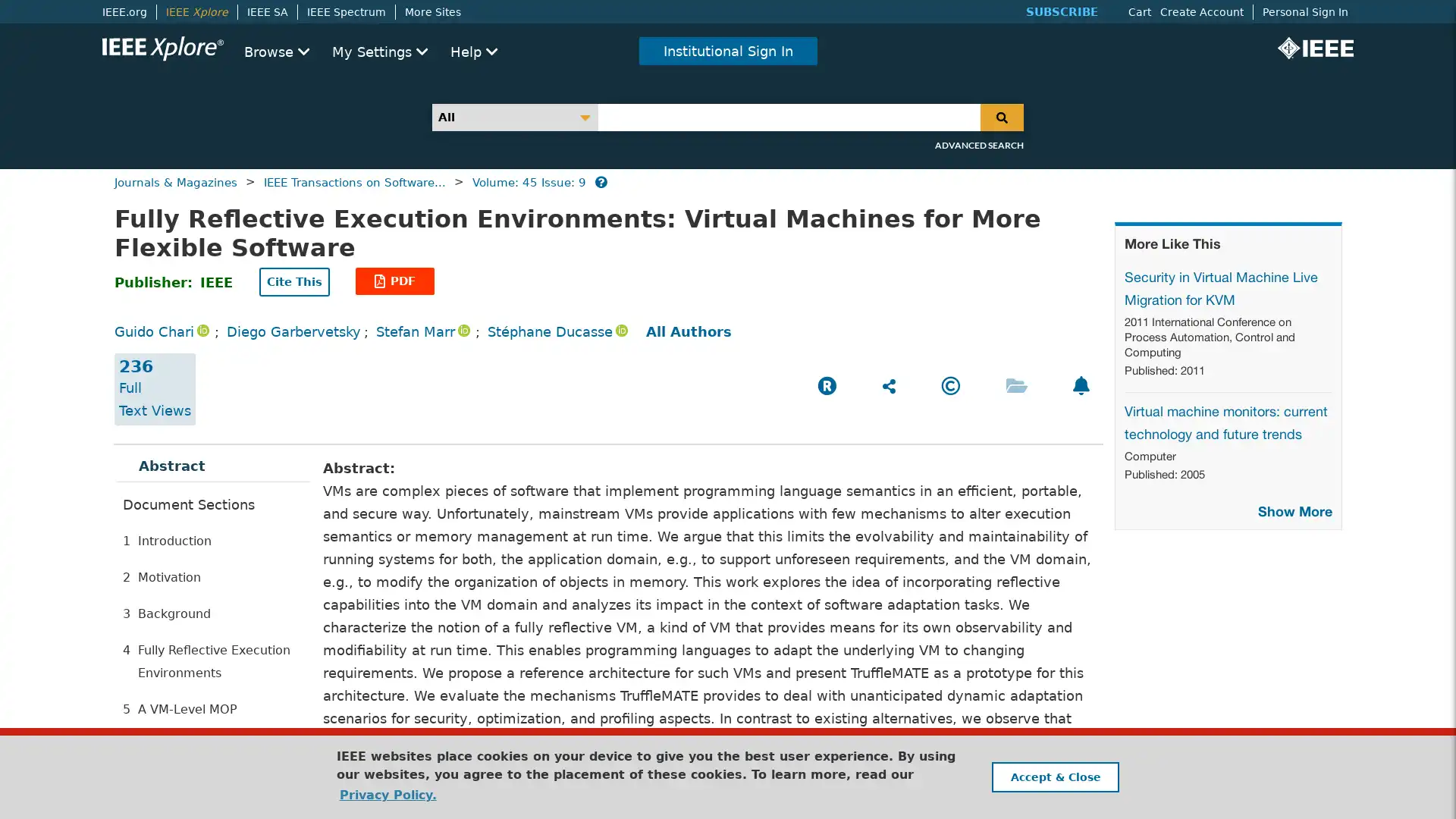 The height and width of the screenshot is (819, 1456). I want to click on dismiss cookie message, so click(1054, 777).